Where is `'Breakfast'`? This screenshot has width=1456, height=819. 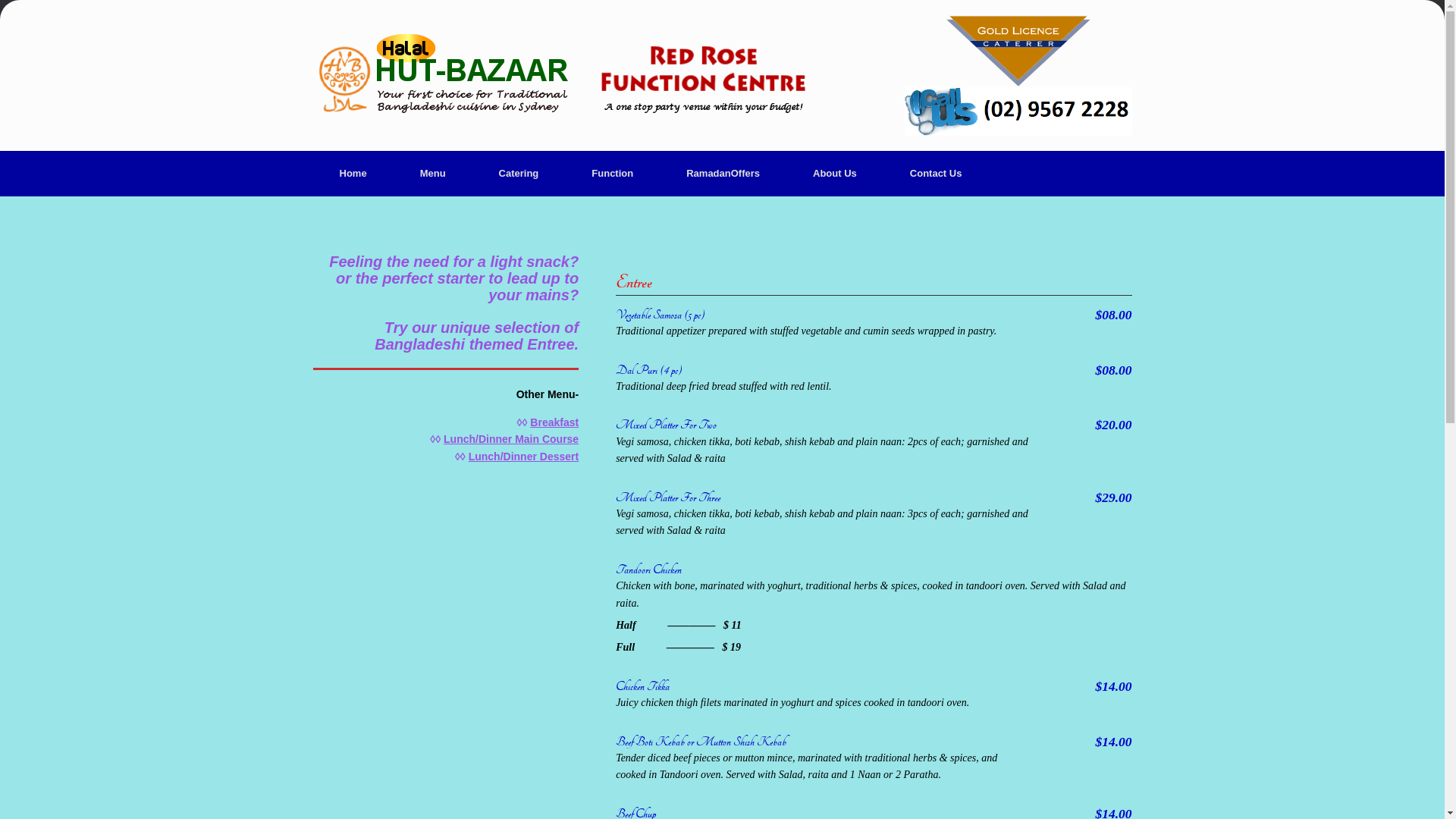
'Breakfast' is located at coordinates (553, 422).